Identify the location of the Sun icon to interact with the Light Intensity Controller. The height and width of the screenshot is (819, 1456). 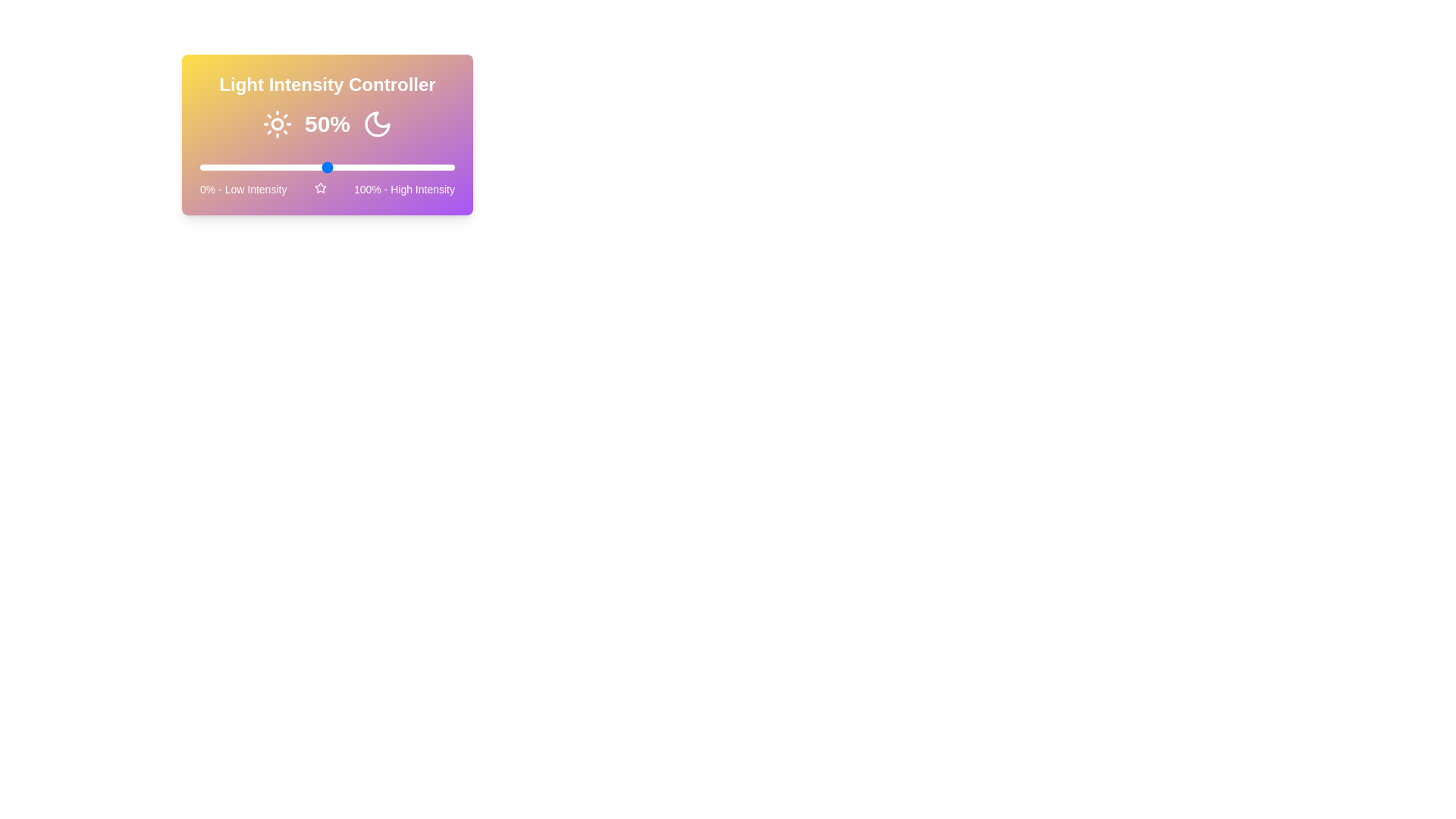
(277, 124).